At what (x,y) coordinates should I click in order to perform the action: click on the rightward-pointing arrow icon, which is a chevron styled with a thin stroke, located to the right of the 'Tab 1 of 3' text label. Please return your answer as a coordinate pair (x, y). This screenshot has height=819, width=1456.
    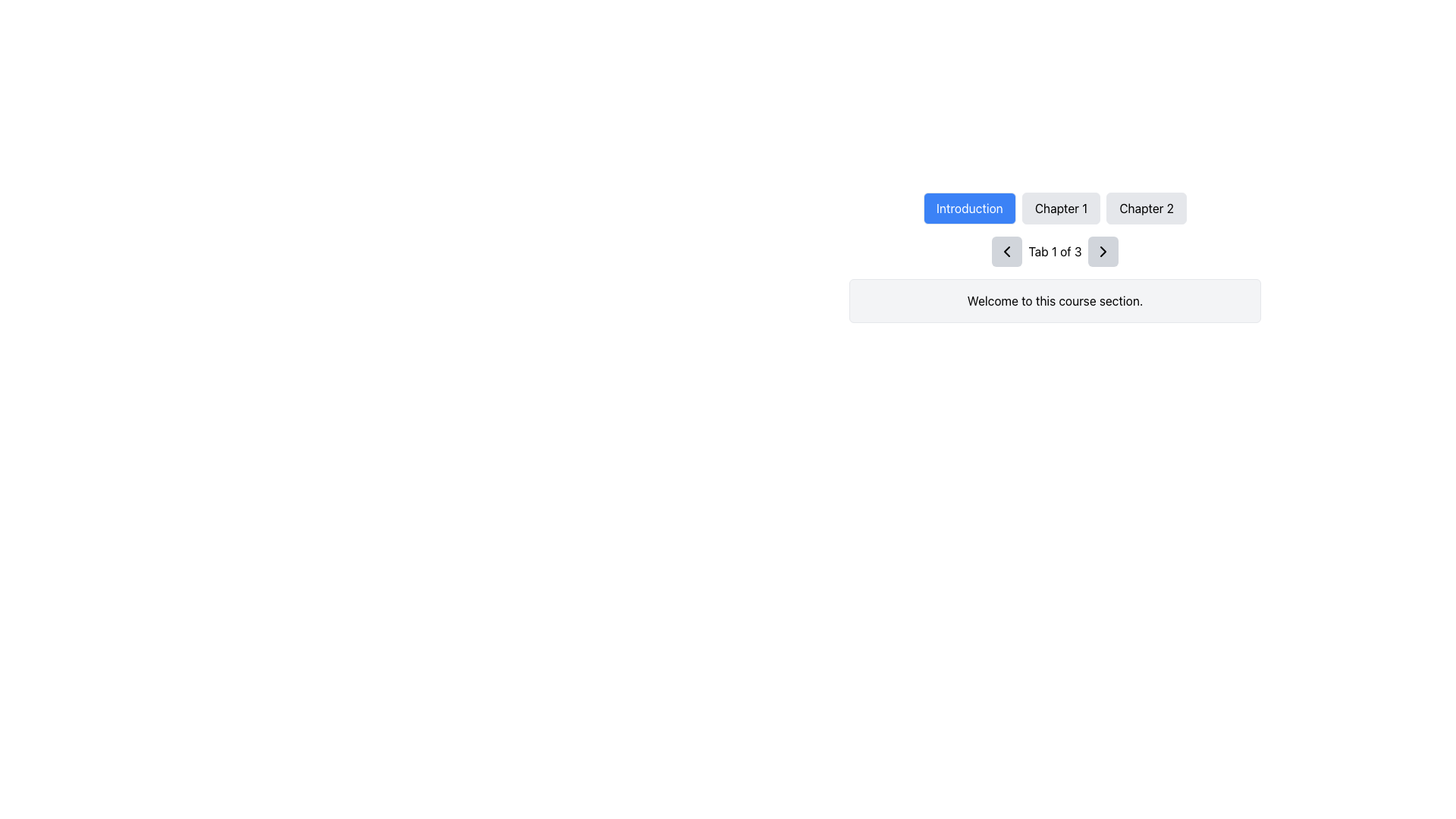
    Looking at the image, I should click on (1103, 250).